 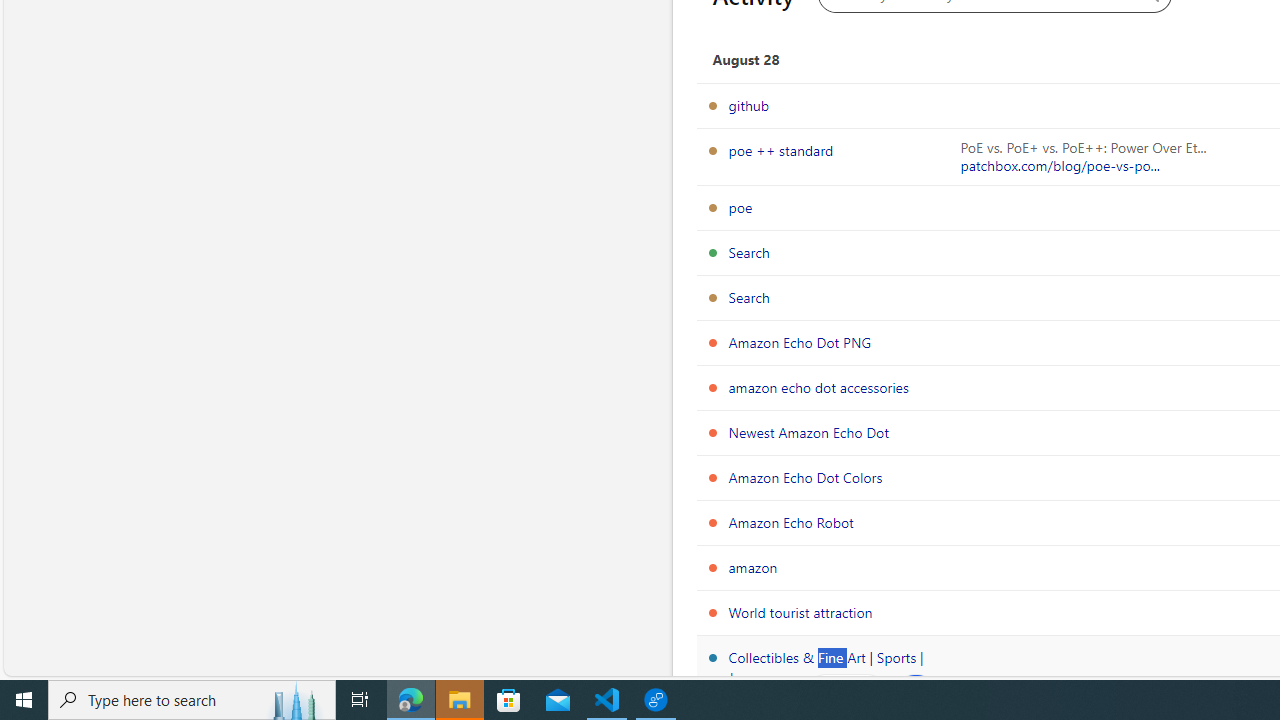 What do you see at coordinates (1058, 164) in the screenshot?
I see `'patchbox.com/blog/poe-vs-po...'` at bounding box center [1058, 164].